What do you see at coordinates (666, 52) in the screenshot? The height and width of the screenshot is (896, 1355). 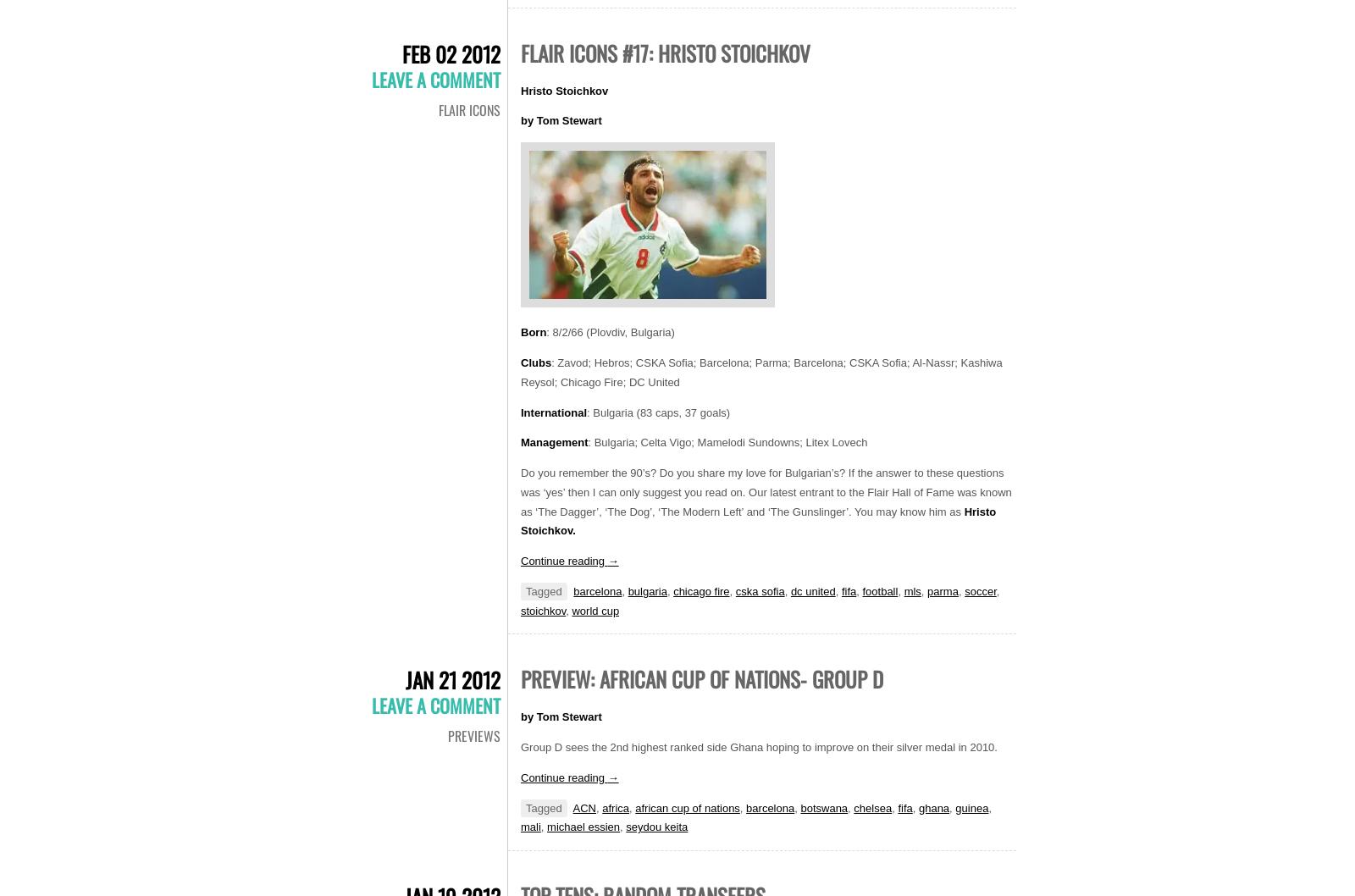 I see `'Flair Icons #17: Hristo Stoichkov'` at bounding box center [666, 52].